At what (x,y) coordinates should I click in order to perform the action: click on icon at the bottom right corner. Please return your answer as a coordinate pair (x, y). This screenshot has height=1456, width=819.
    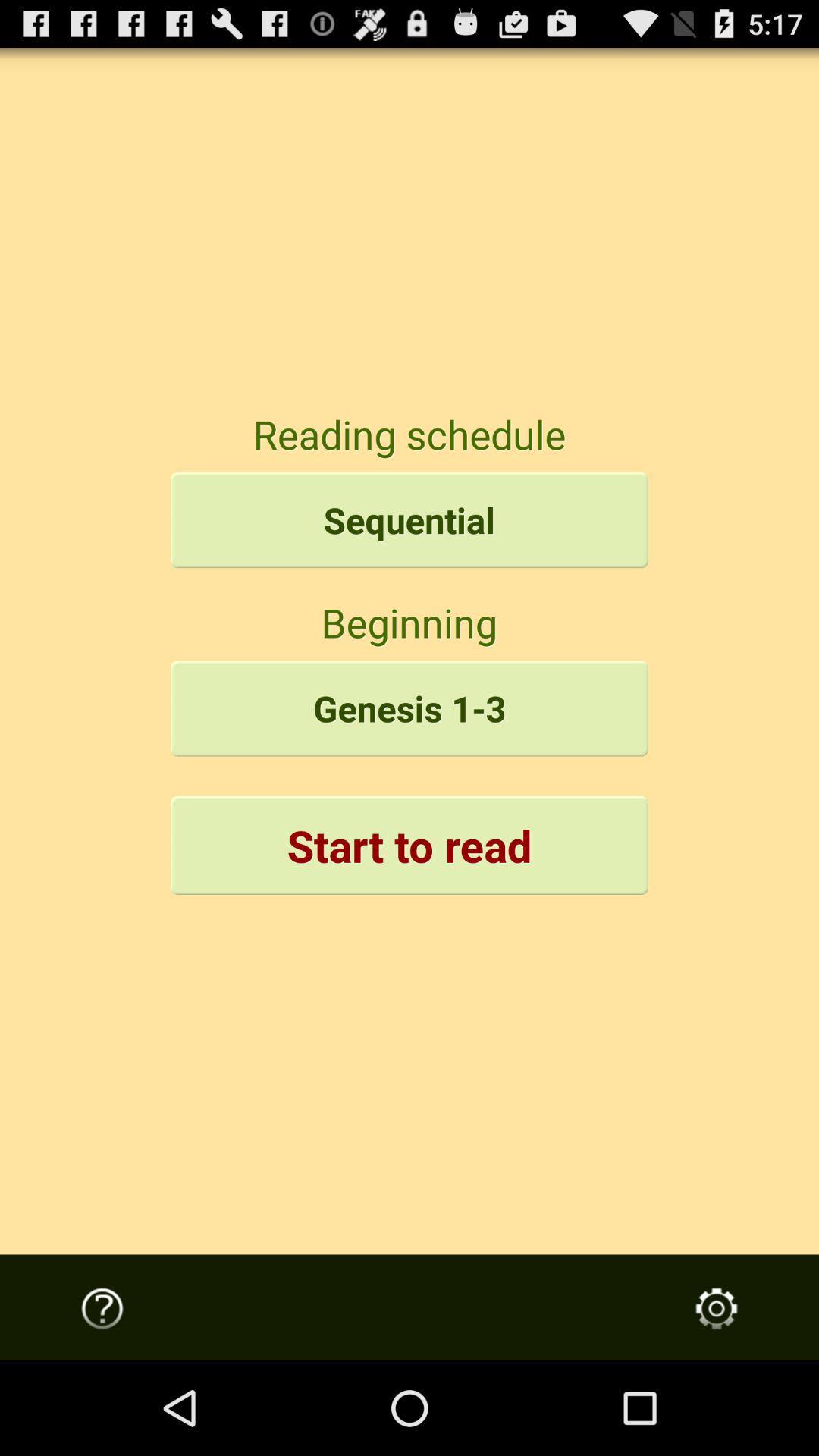
    Looking at the image, I should click on (717, 1307).